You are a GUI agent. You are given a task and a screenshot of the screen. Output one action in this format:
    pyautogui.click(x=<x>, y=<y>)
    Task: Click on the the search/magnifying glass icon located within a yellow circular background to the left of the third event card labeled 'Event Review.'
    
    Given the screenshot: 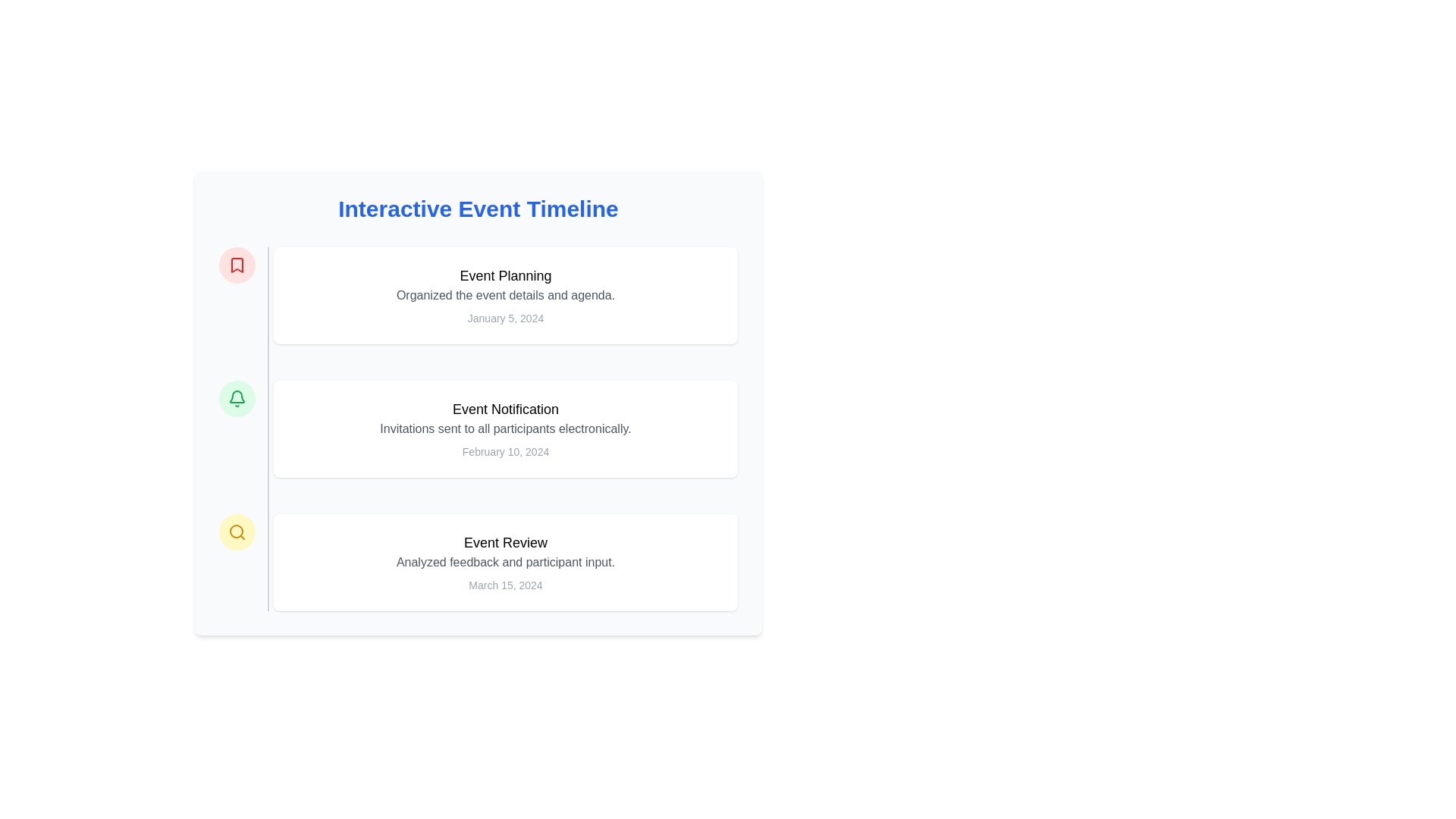 What is the action you would take?
    pyautogui.click(x=236, y=532)
    